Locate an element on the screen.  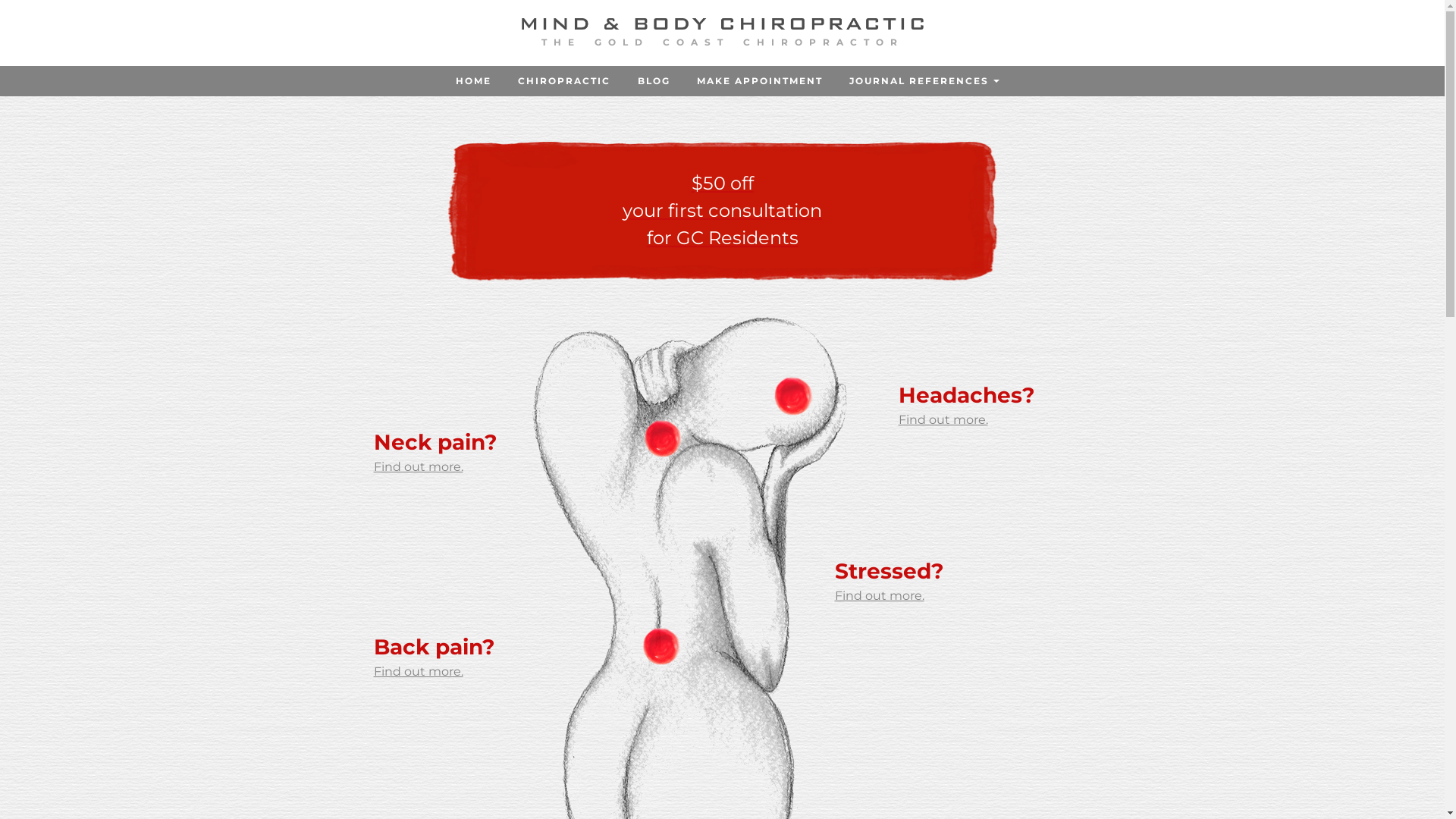
'Find out more.' is located at coordinates (418, 466).